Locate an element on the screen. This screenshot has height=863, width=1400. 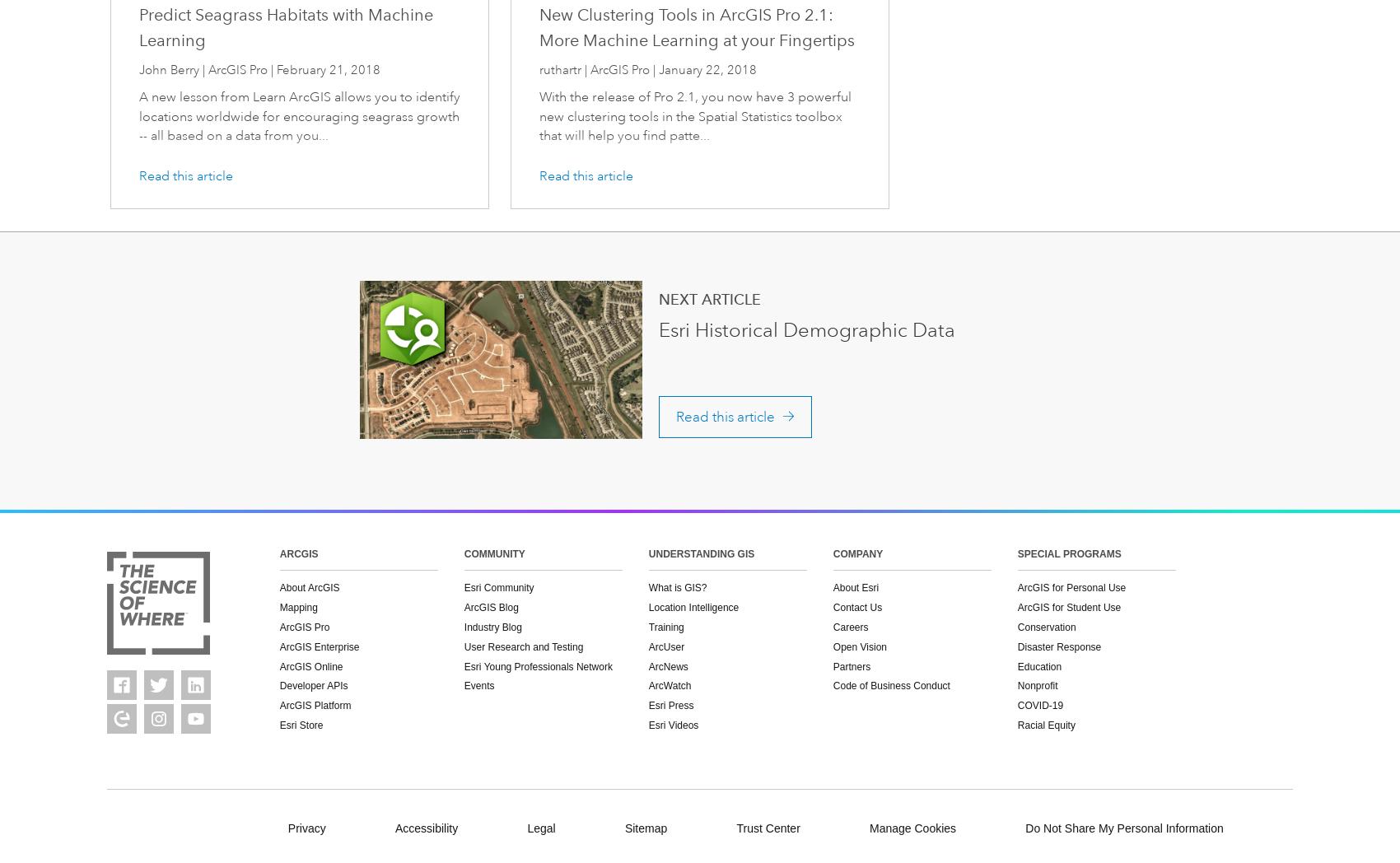
'Location Intelligence' is located at coordinates (646, 607).